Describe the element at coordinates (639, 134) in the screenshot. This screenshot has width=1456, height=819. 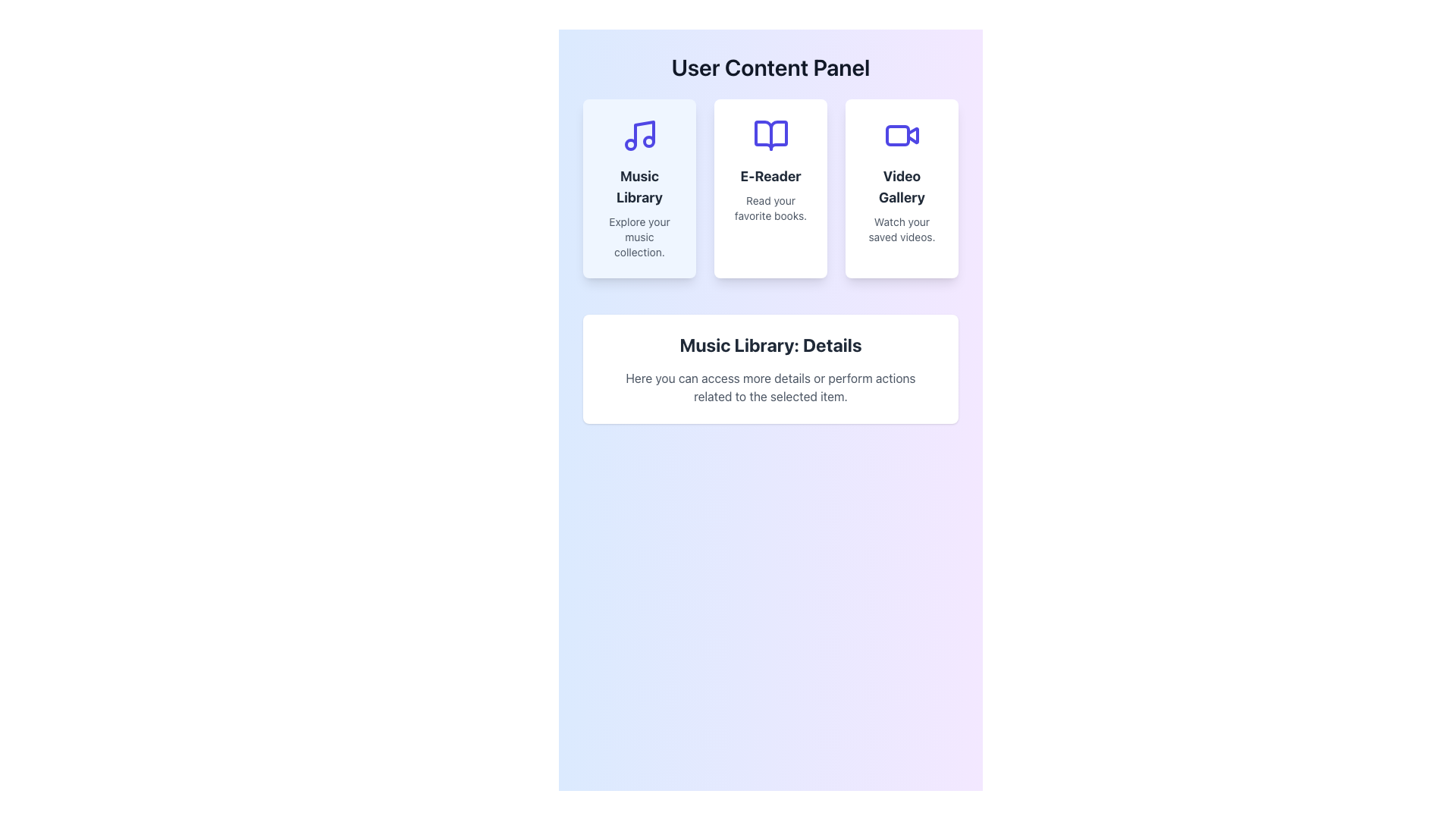
I see `the 'Music Library' card by clicking on the musical note icon at the top-center of the card` at that location.